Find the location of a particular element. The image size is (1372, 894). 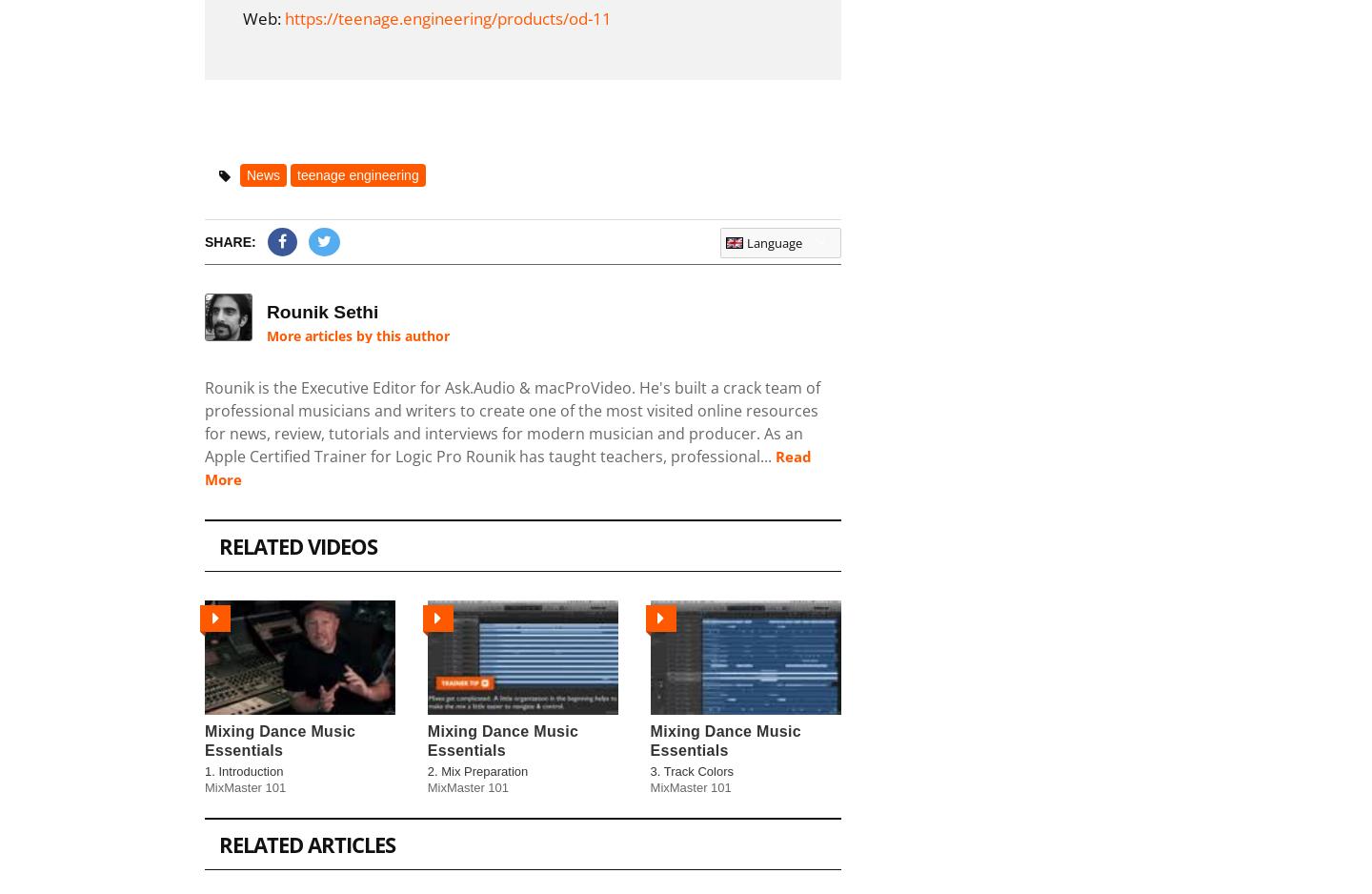

'https://teenage.engineering/products/od-11' is located at coordinates (448, 17).